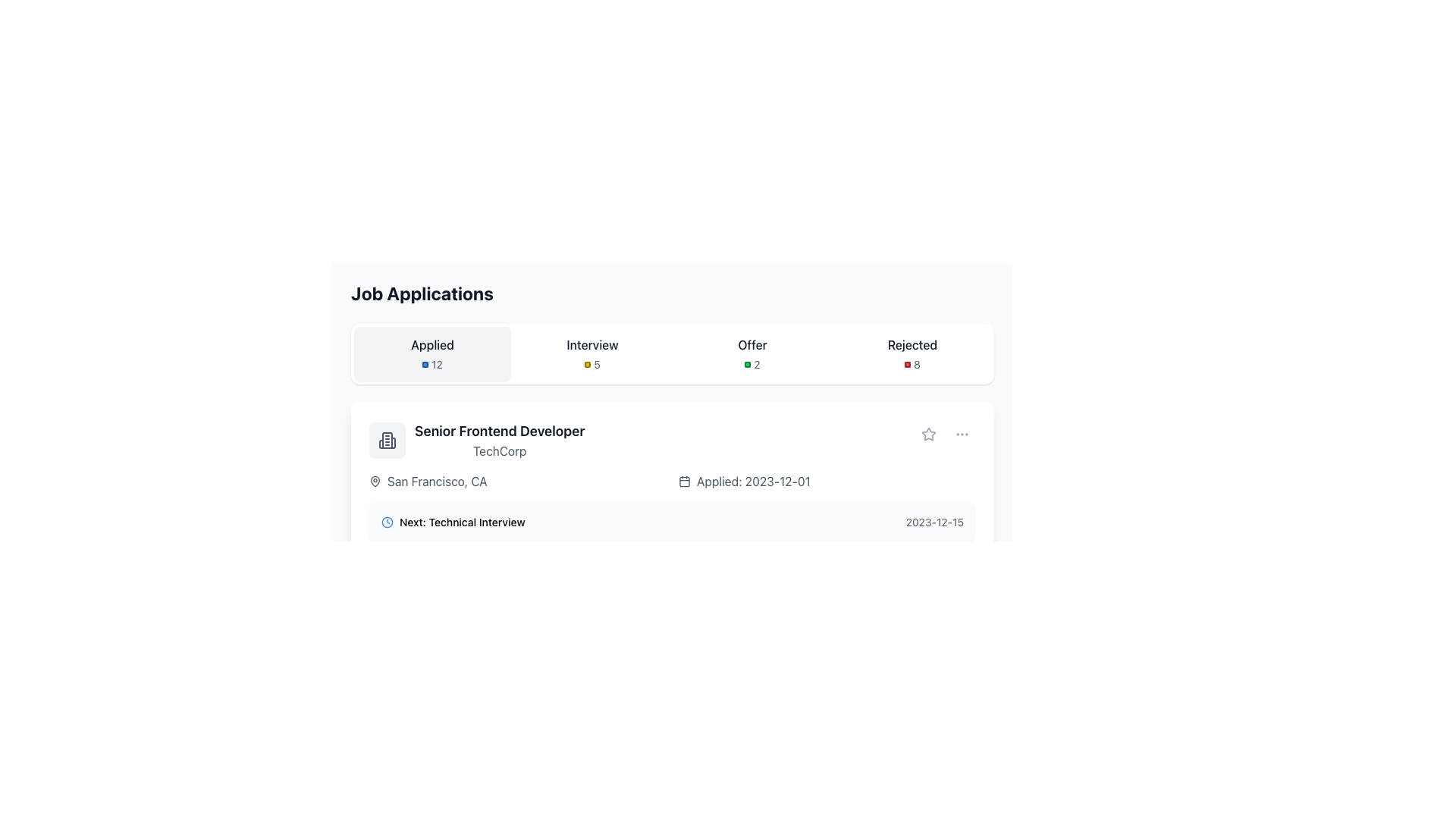 The height and width of the screenshot is (819, 1456). What do you see at coordinates (672, 353) in the screenshot?
I see `the Summary bar with categories that contains the labels 'Applied', 'Interview', 'Offer', and 'Rejected' with their respective numbers: 12, 5, 2, and 8` at bounding box center [672, 353].